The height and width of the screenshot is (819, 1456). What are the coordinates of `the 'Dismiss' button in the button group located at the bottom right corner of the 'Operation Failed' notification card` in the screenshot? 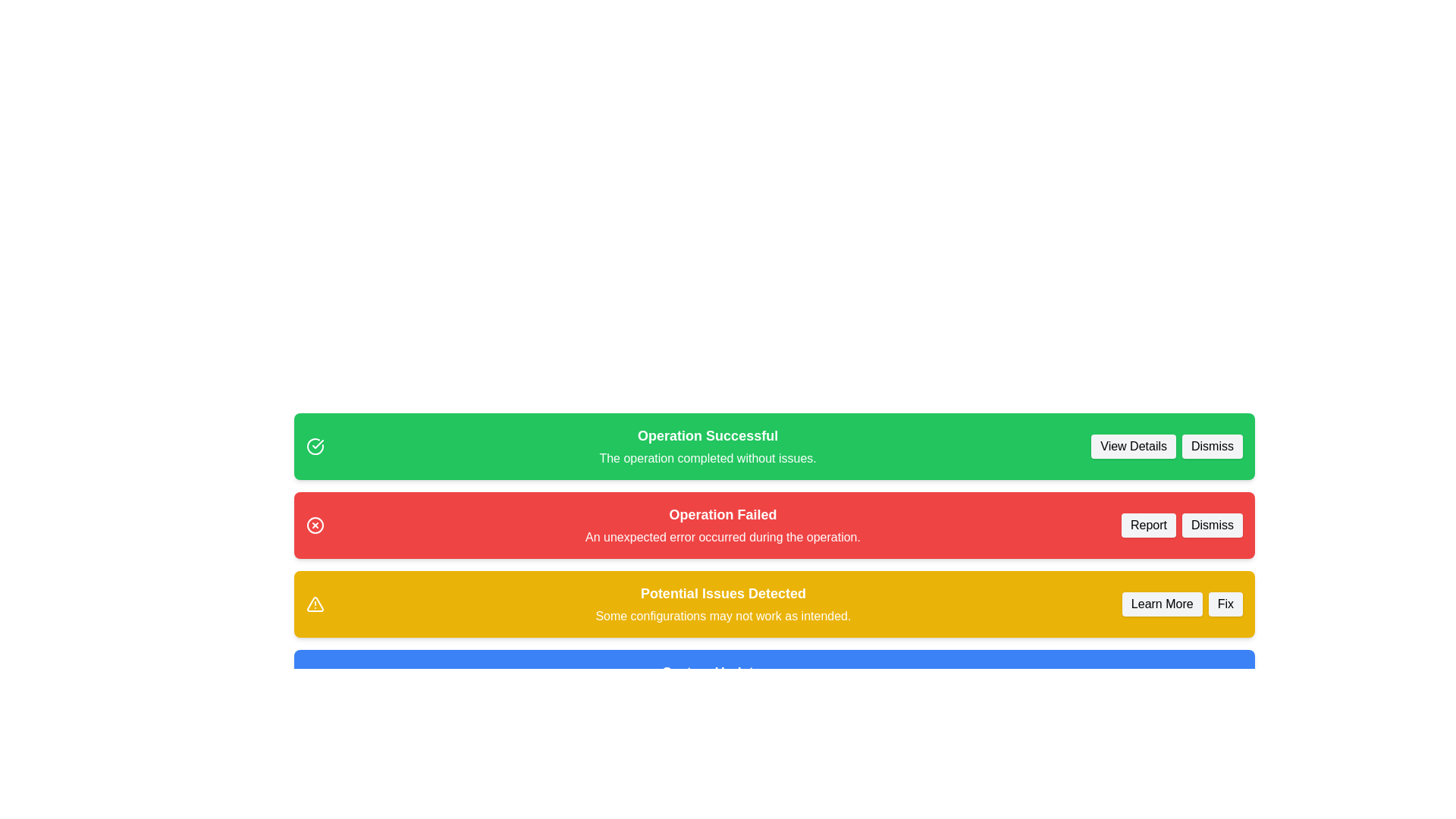 It's located at (1181, 525).